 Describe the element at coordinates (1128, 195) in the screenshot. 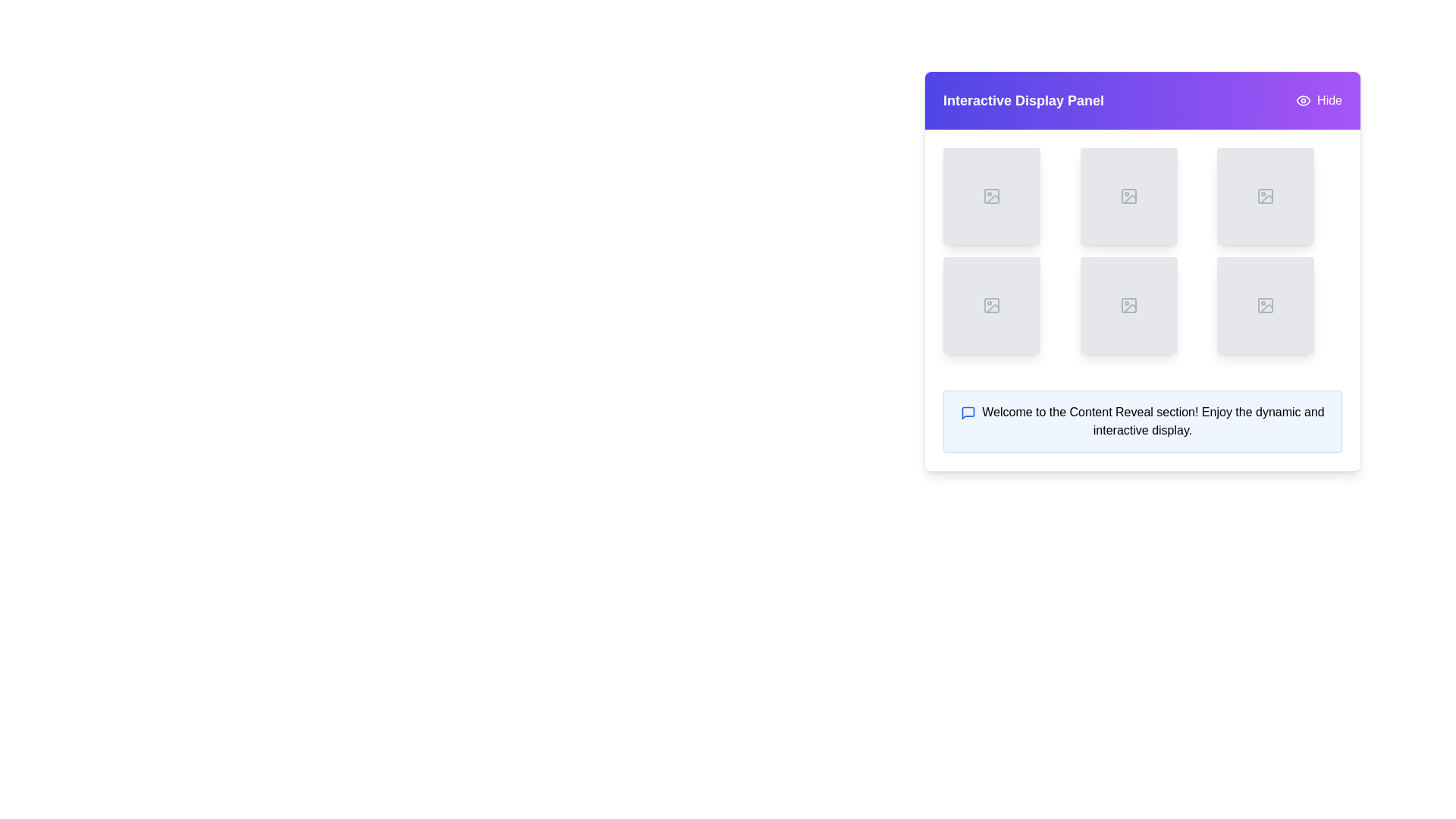

I see `the small rectangular light gray icon with rounded corners located in the second cell of the top row within a grid of placeholders` at that location.